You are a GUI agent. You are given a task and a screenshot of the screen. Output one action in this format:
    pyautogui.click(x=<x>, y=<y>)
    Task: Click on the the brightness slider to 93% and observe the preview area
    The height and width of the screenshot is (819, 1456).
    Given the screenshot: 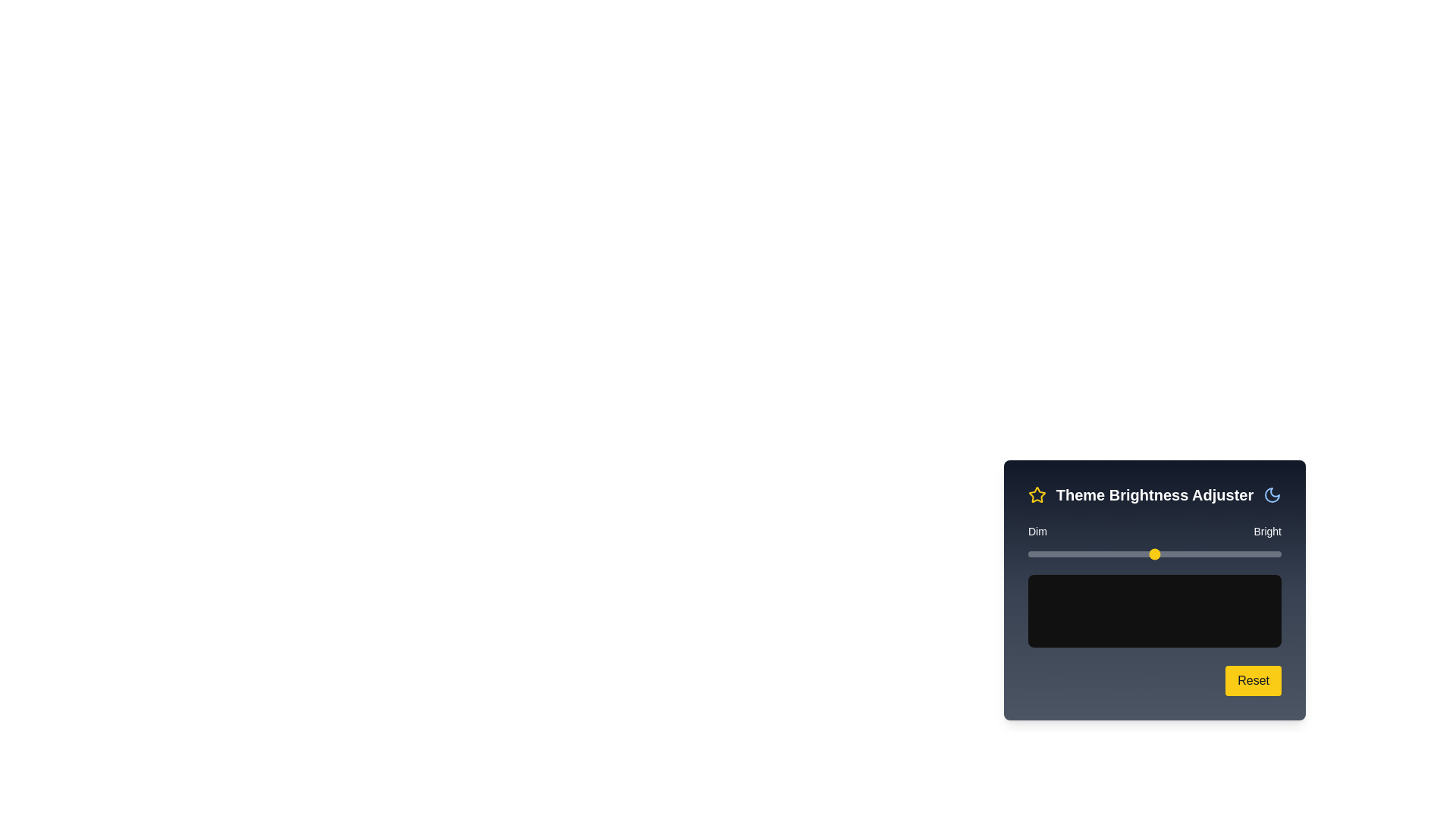 What is the action you would take?
    pyautogui.click(x=1263, y=554)
    